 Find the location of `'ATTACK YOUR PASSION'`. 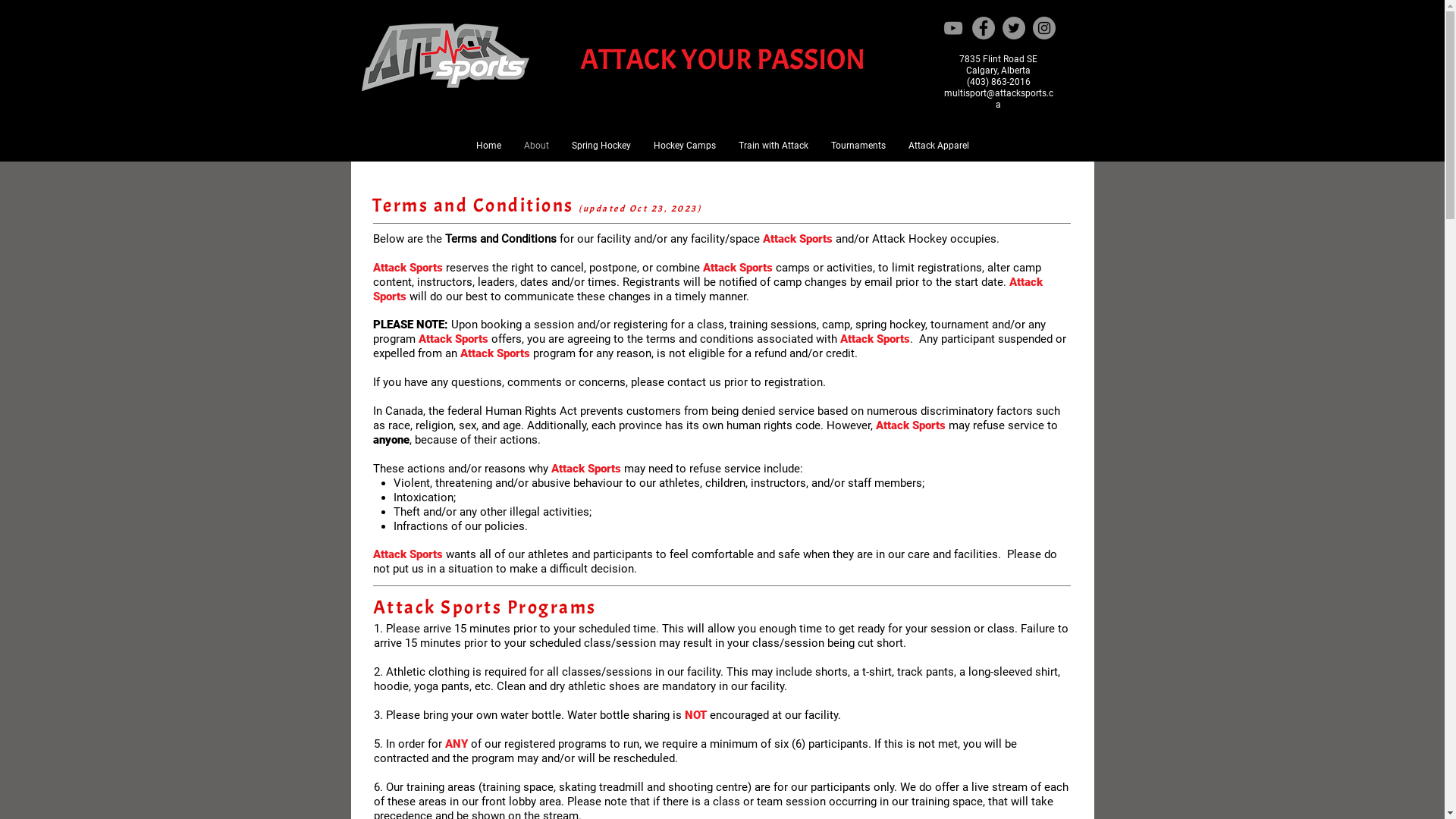

'ATTACK YOUR PASSION' is located at coordinates (720, 58).